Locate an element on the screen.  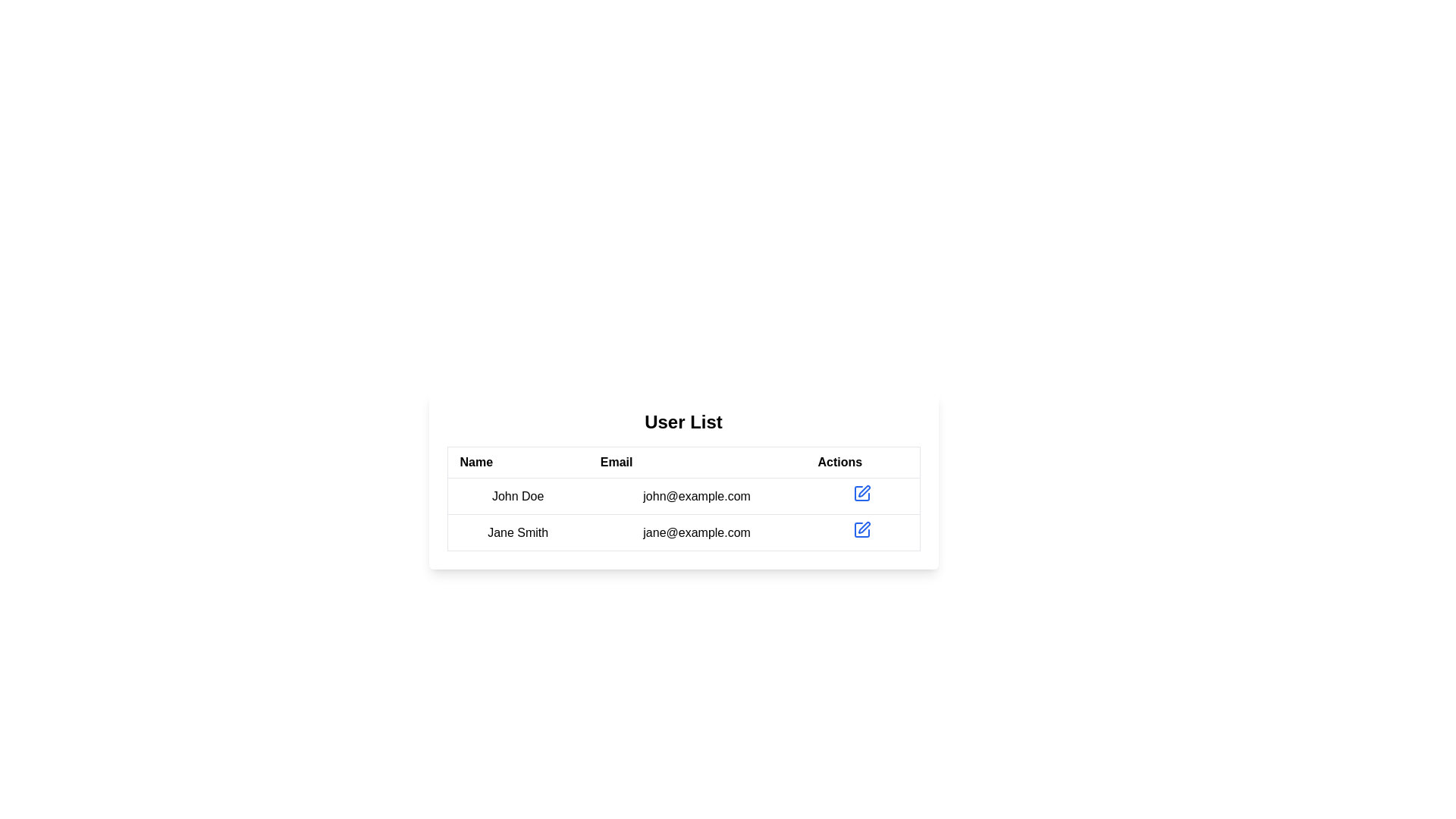
the non-interactive text field displaying 'john@example.com' in the 'Email' column of the 'User List' table for 'John Doe' is located at coordinates (696, 496).